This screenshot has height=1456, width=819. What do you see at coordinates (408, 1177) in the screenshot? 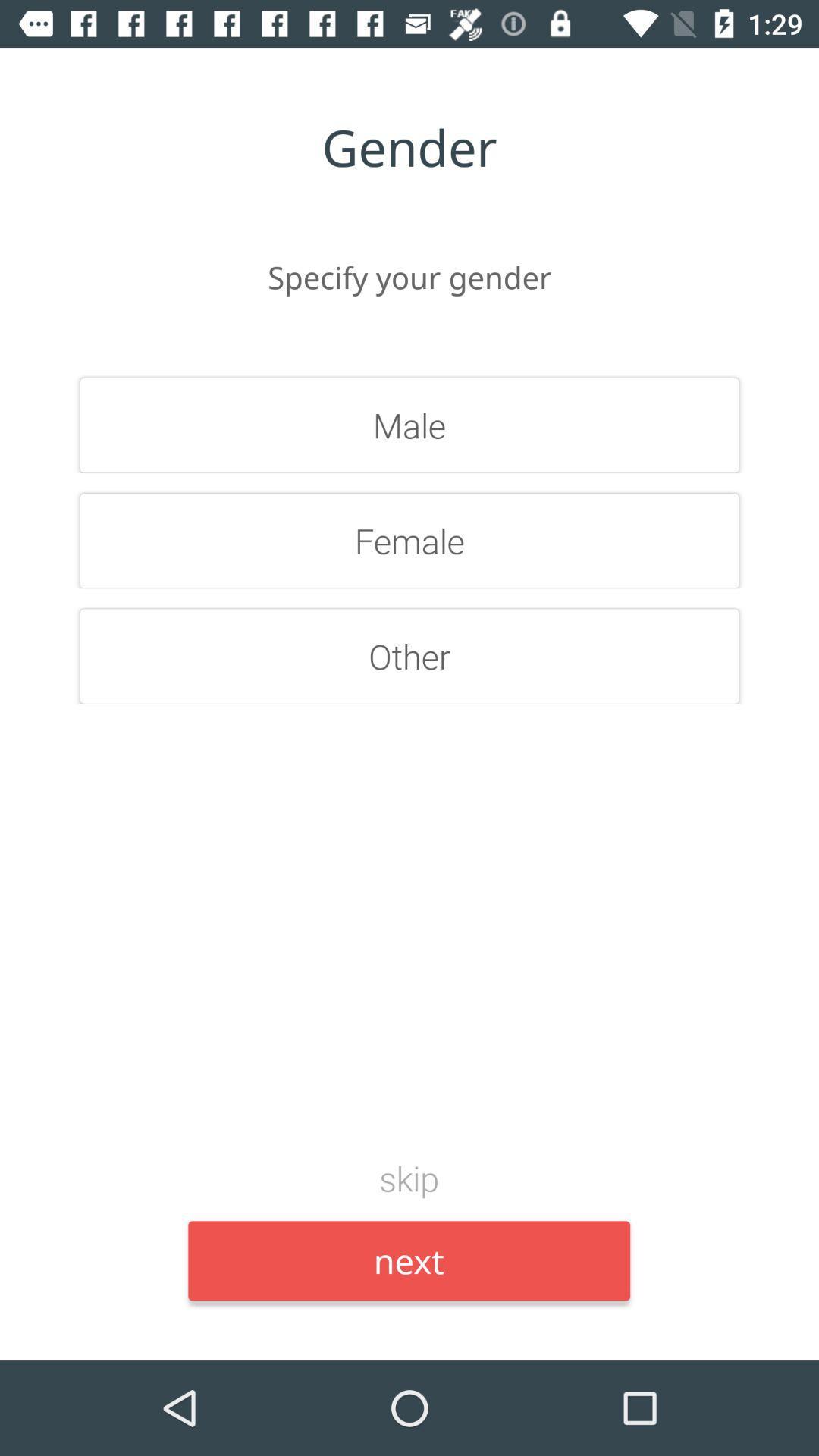
I see `the icon below other item` at bounding box center [408, 1177].